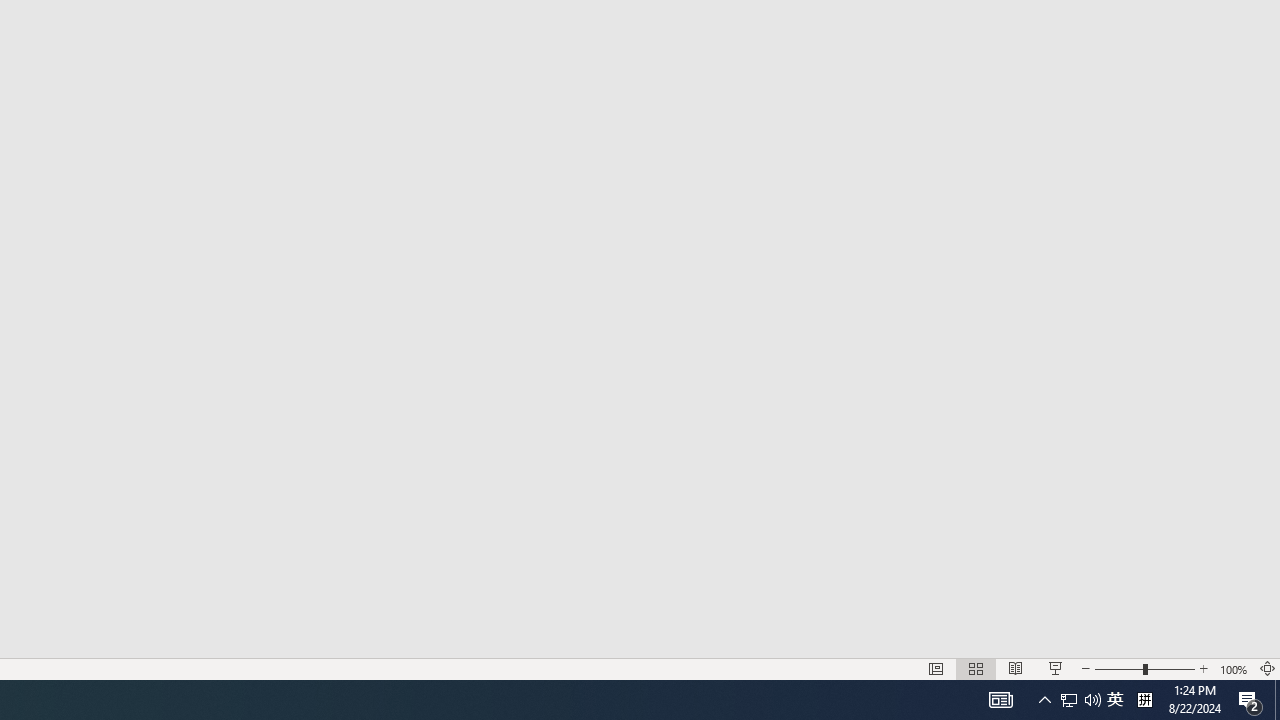 This screenshot has height=720, width=1280. I want to click on 'Notification Chevron', so click(1068, 698).